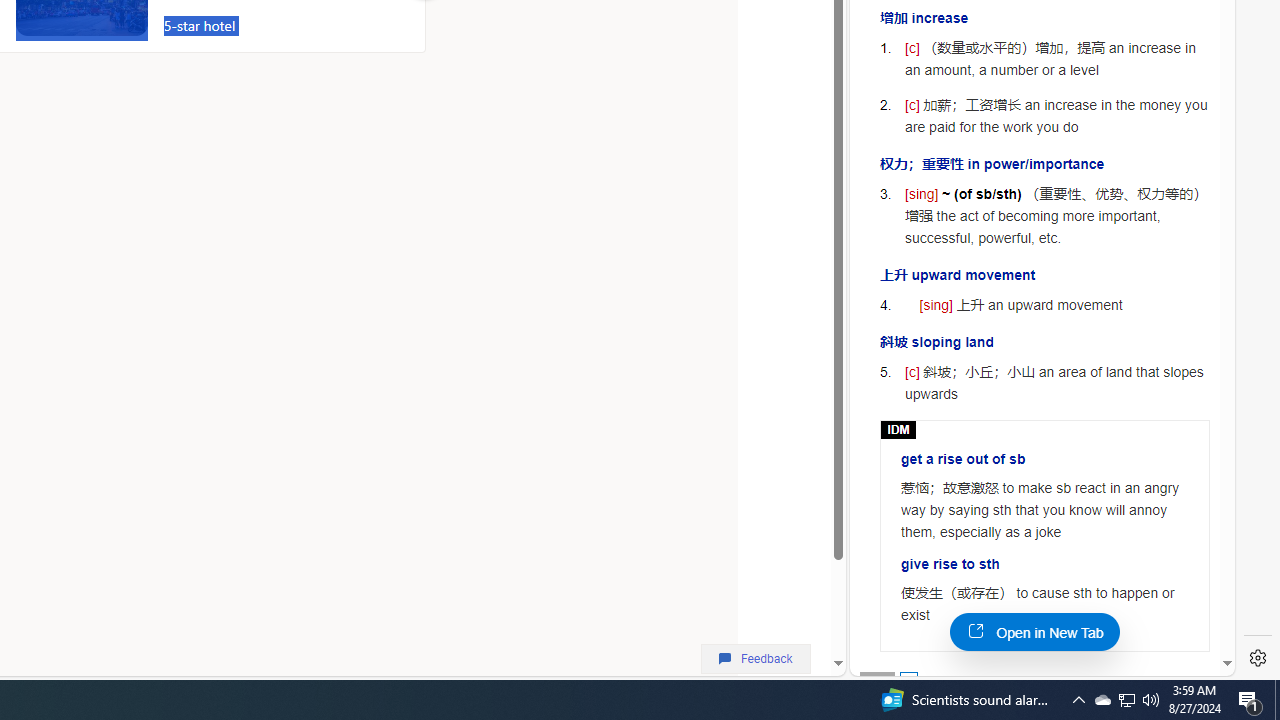 The height and width of the screenshot is (720, 1280). Describe the element at coordinates (907, 679) in the screenshot. I see `'AutomationID: posbtn_1'` at that location.